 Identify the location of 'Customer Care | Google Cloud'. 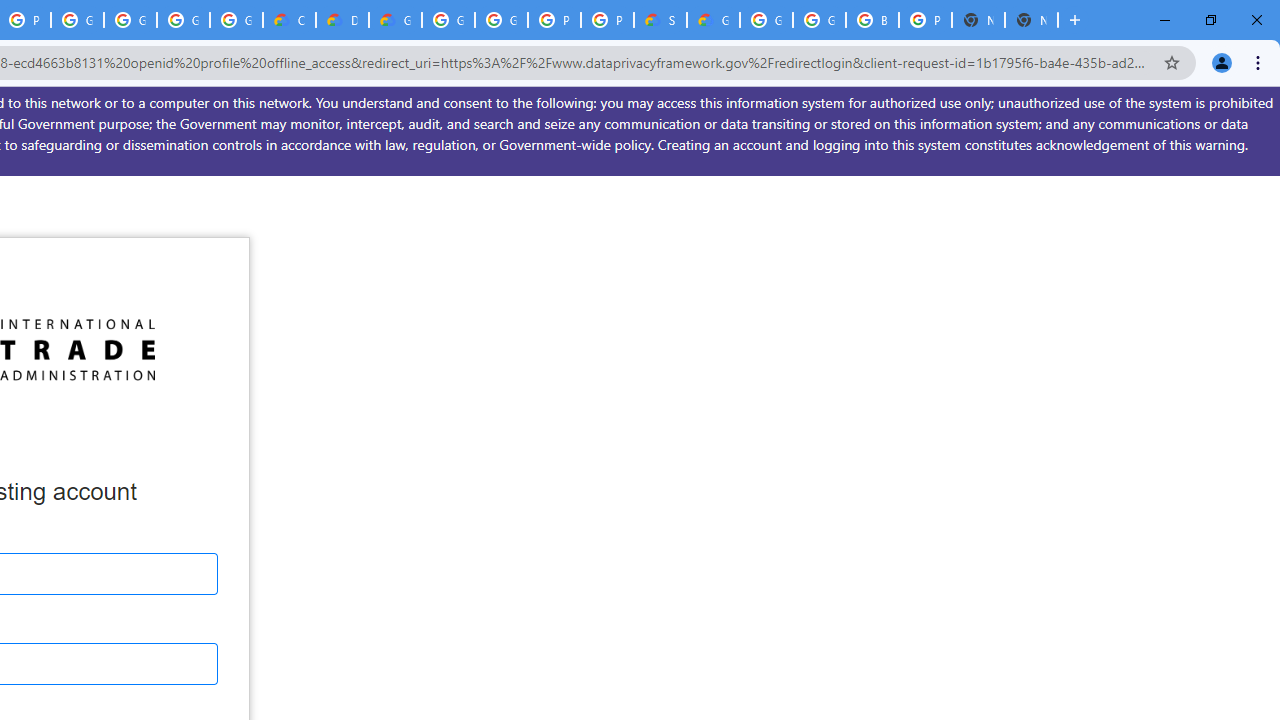
(288, 20).